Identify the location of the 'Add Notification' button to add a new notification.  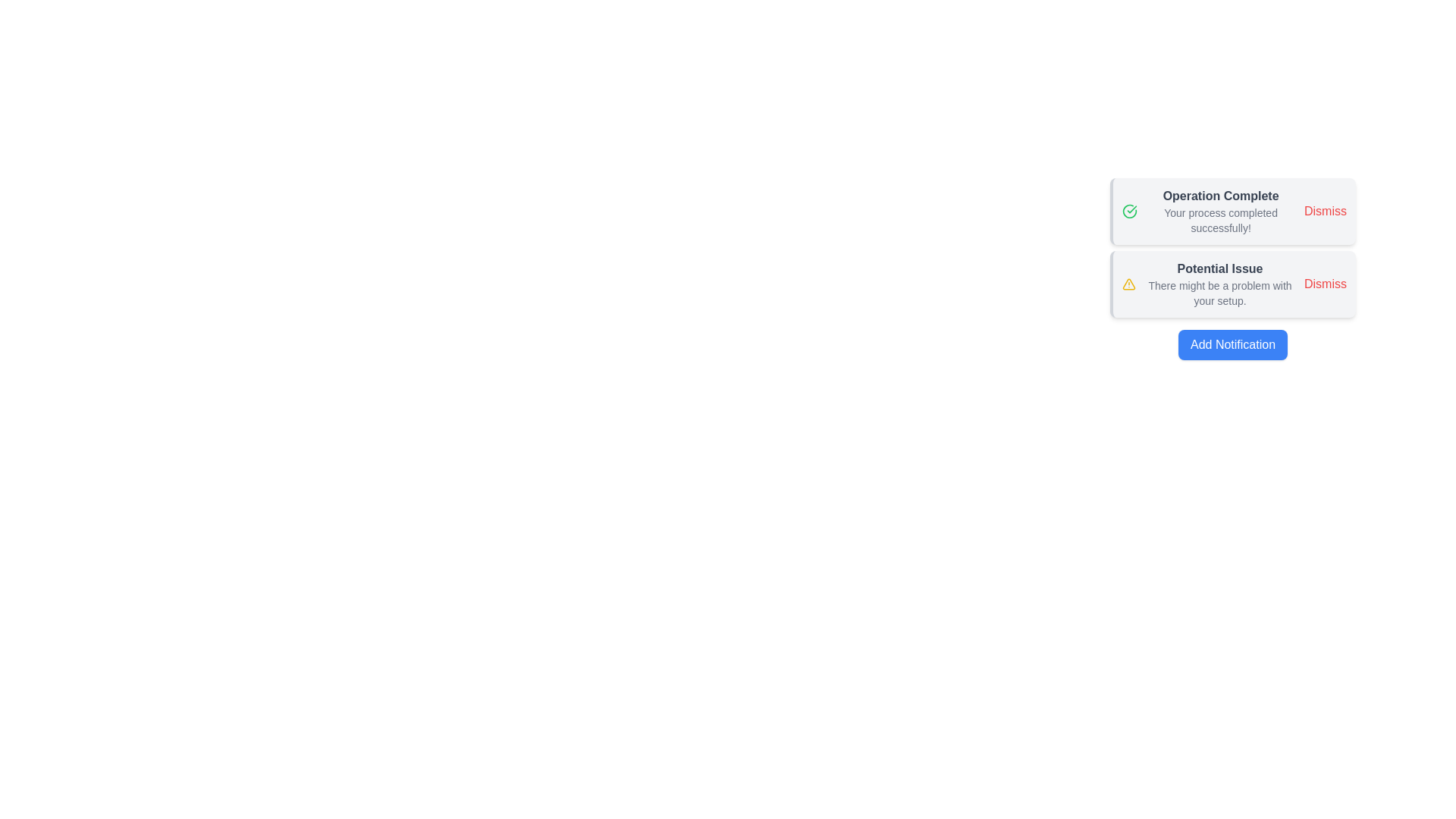
(1233, 345).